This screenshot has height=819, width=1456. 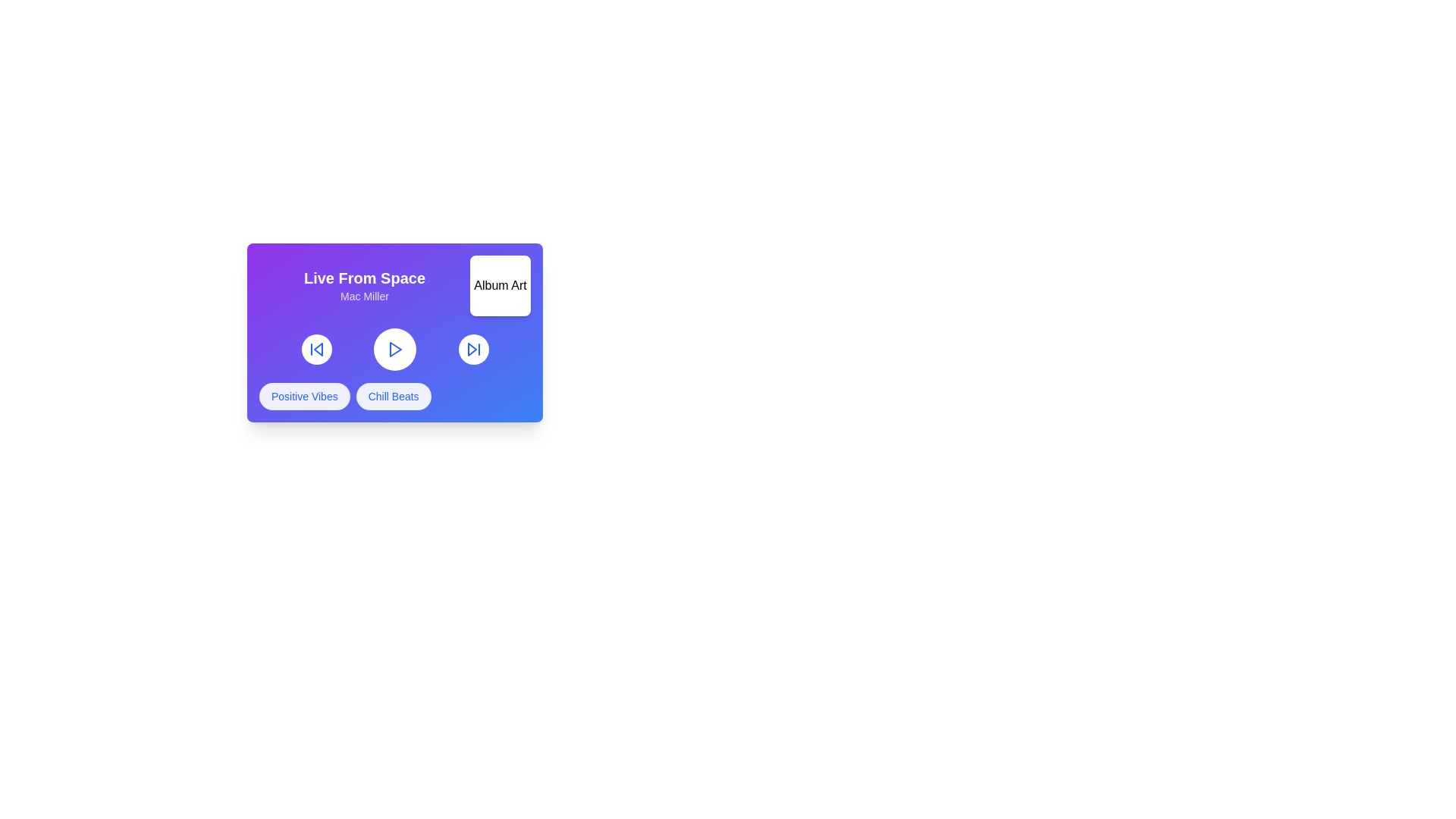 What do you see at coordinates (472, 350) in the screenshot?
I see `the circular button with a white background, blue border, and forward-skip icon` at bounding box center [472, 350].